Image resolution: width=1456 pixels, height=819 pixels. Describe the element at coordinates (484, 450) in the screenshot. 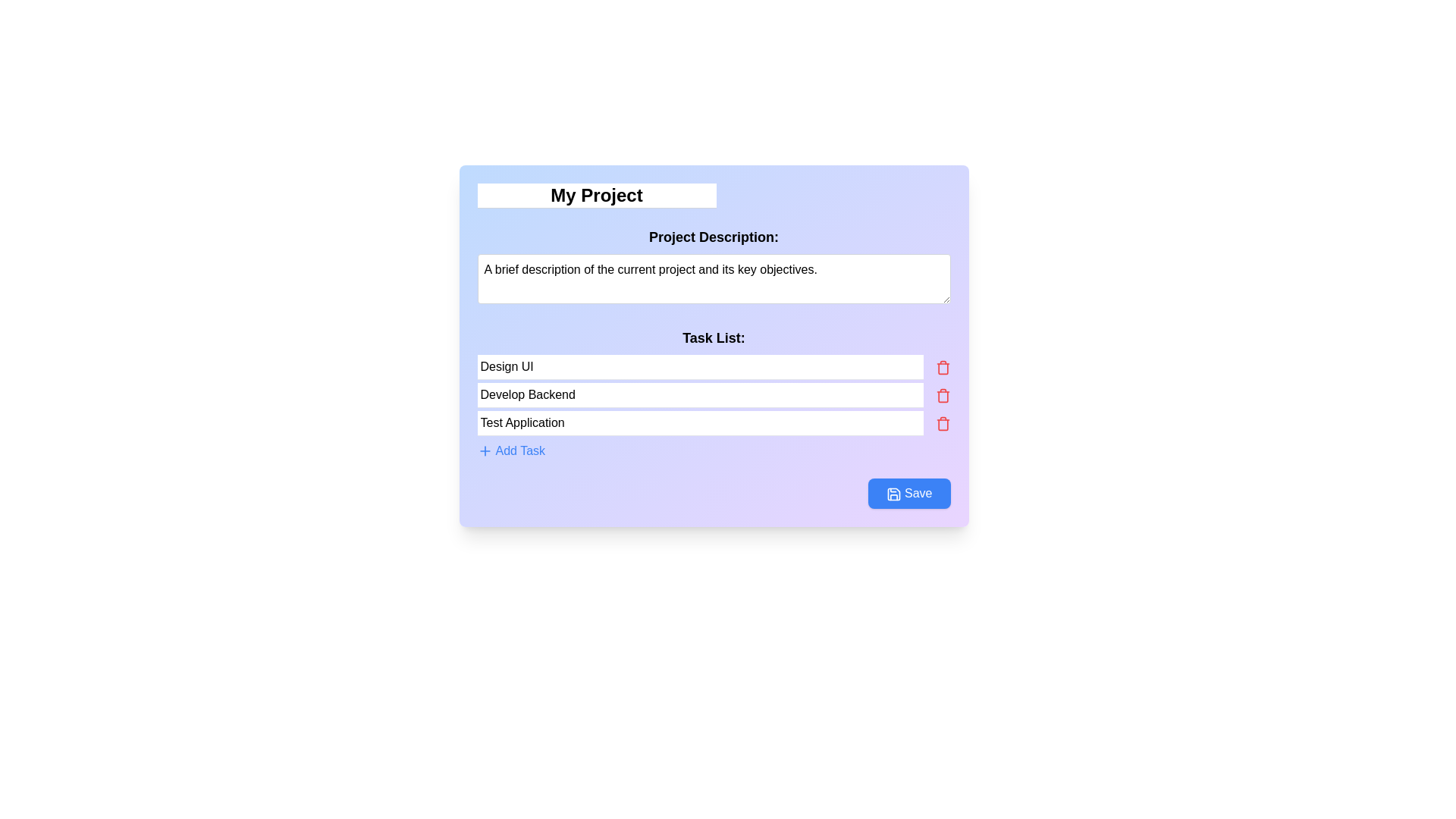

I see `addition icon located to the immediate left of the 'Add Task' text within the 'Add Task' button` at that location.